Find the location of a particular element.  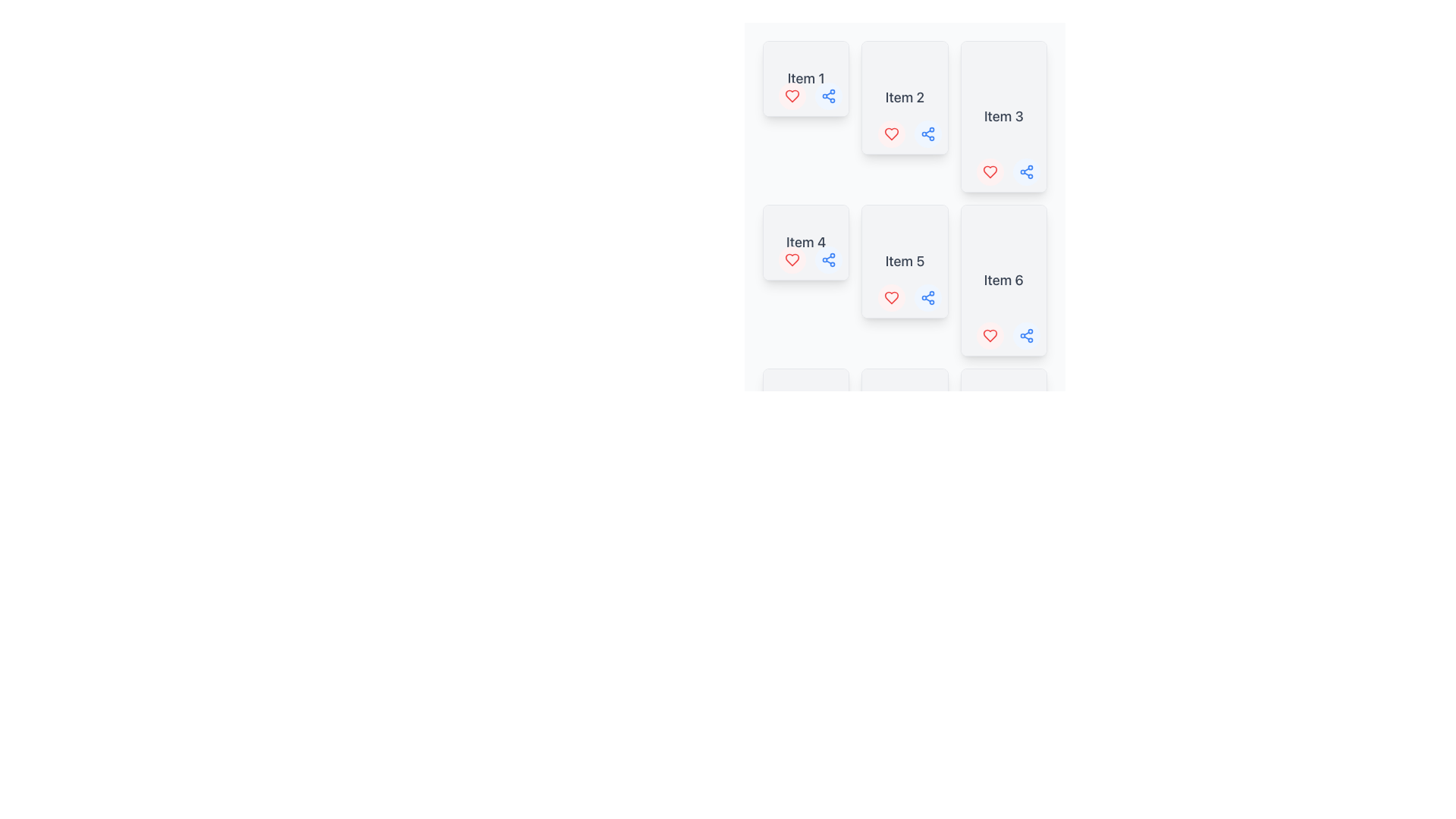

the Text Display Area containing the text 'Item 1' which has a gray background and rounded rectangle shape, positioned at the top-left corner of the grid layout is located at coordinates (805, 79).